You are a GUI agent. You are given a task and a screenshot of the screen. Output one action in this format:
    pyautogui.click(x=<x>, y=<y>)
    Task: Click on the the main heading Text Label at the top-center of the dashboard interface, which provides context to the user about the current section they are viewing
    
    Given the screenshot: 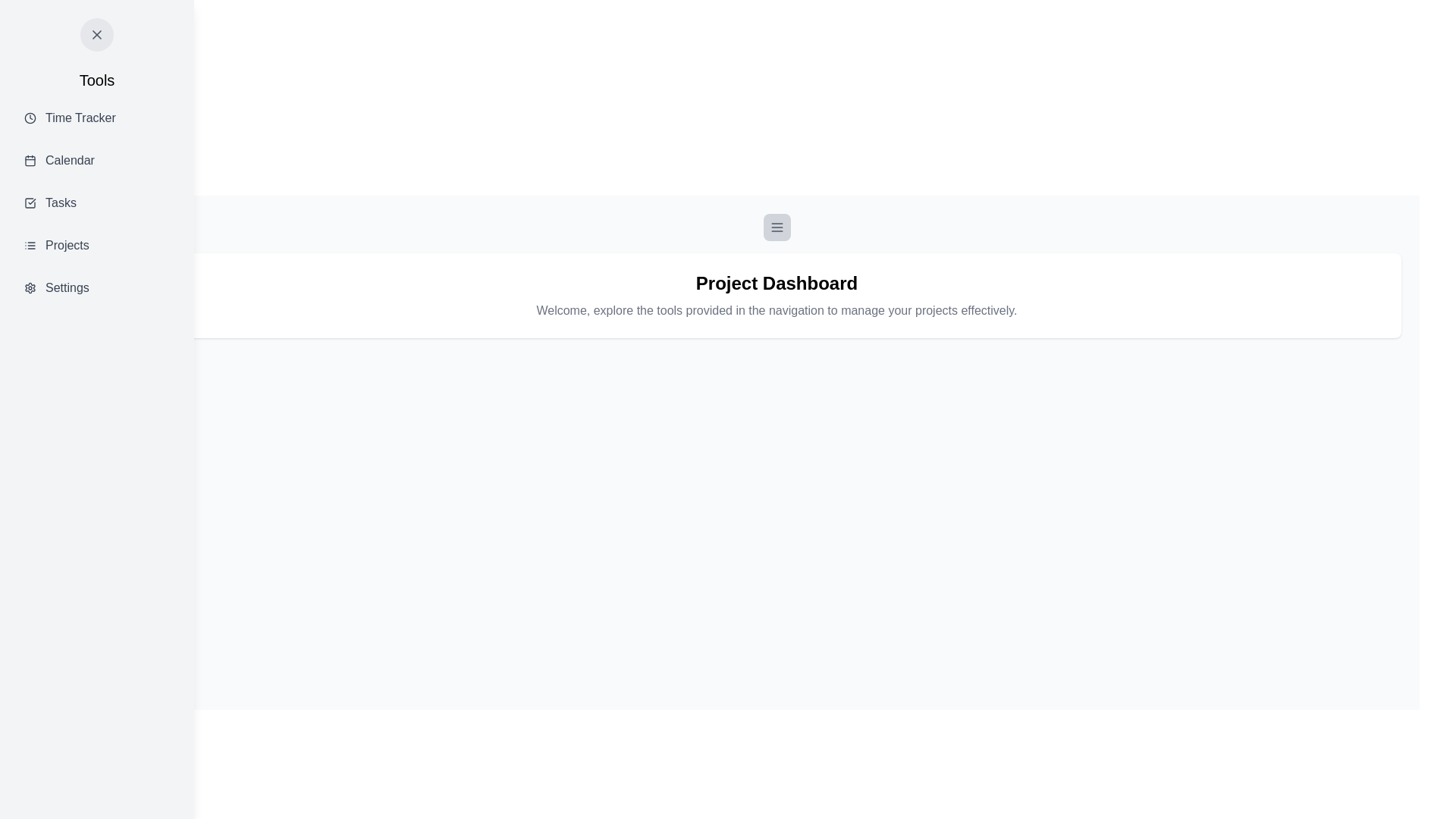 What is the action you would take?
    pyautogui.click(x=777, y=284)
    